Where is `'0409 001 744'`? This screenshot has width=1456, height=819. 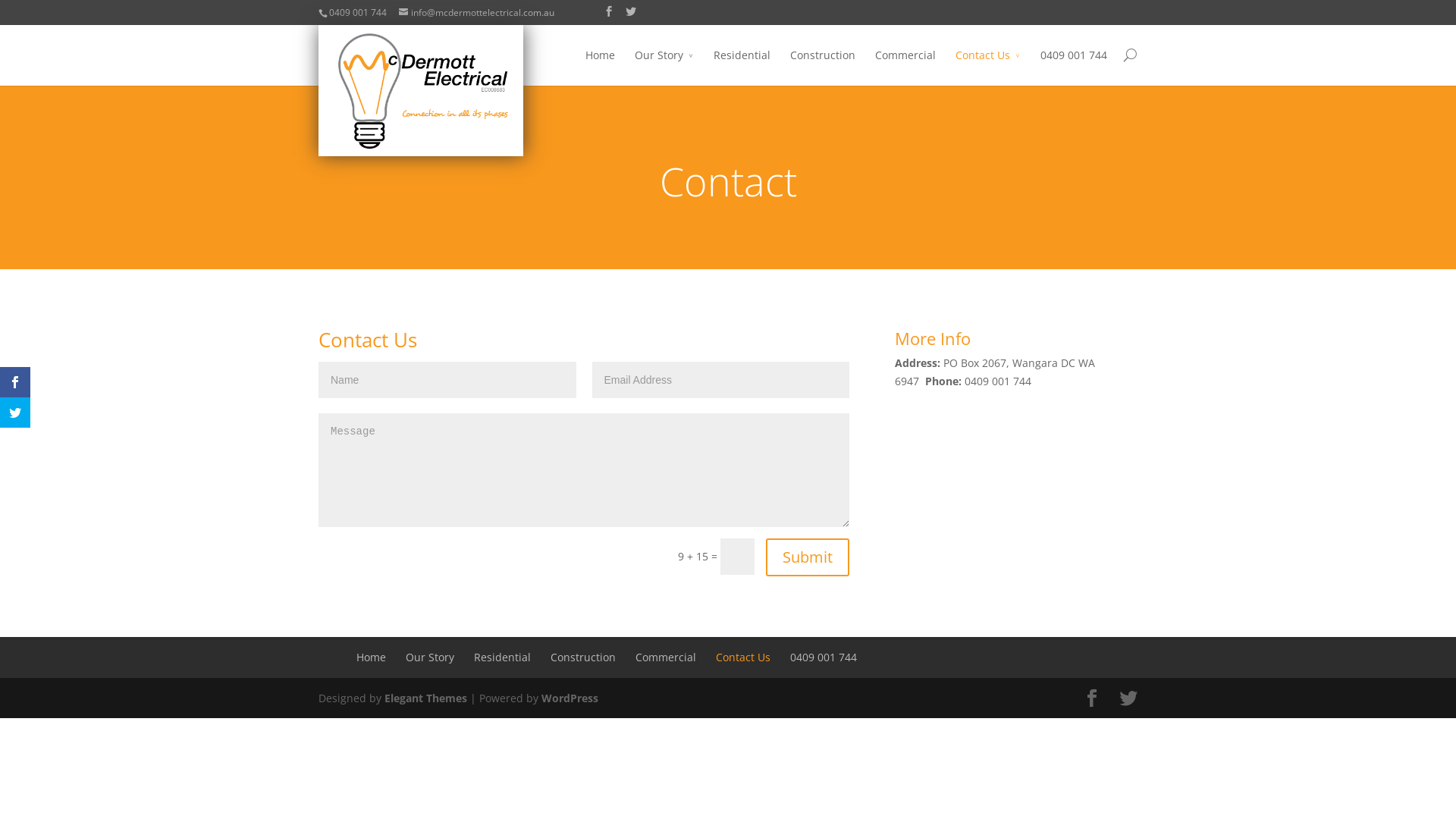 '0409 001 744' is located at coordinates (789, 656).